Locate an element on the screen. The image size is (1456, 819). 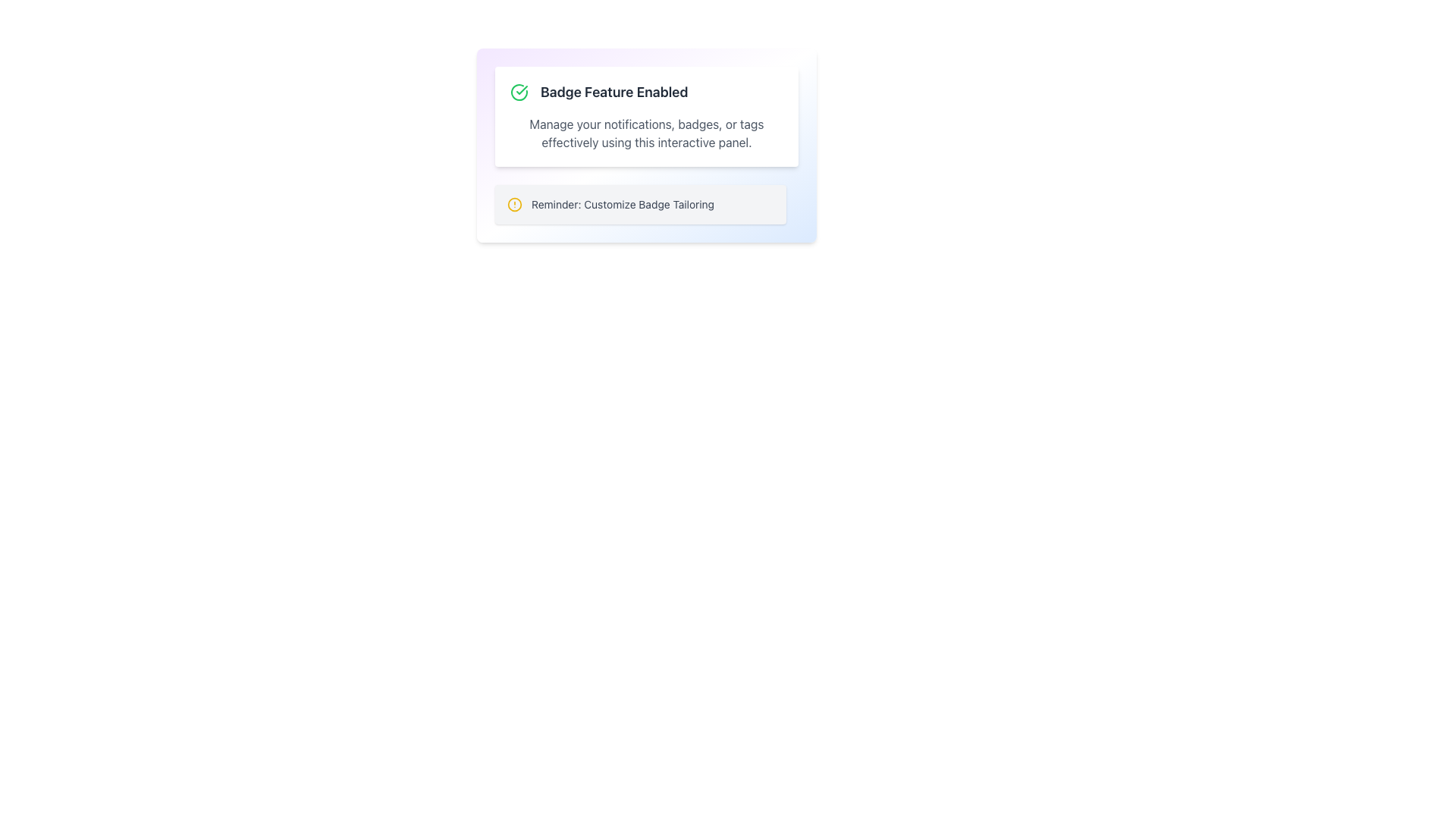
the text block that describes how to manage notifications, badges, or tags effectively, located below the title 'Badge Feature Enabled' is located at coordinates (647, 133).